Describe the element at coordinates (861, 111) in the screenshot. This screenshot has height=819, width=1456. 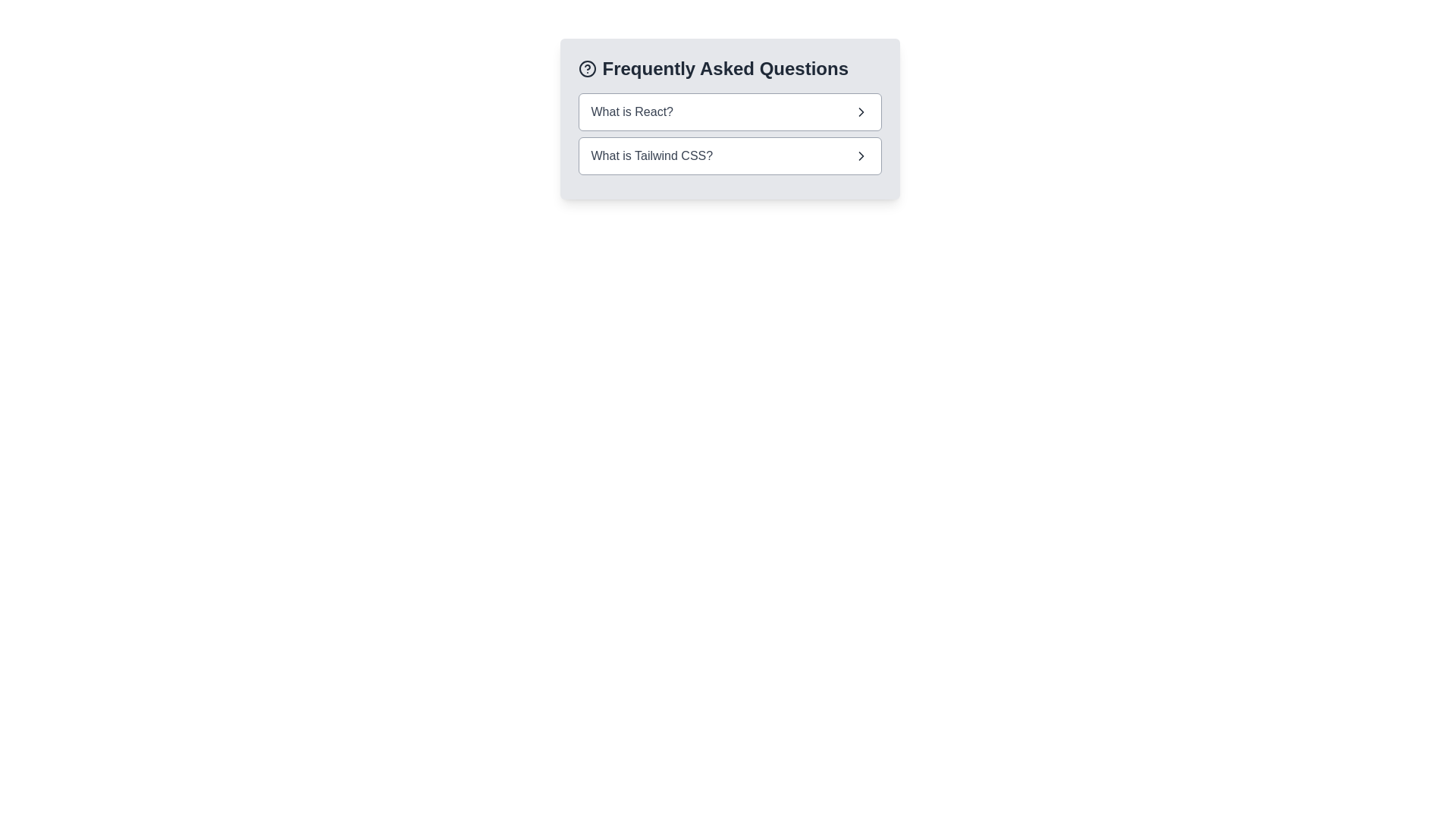
I see `the rightward-pointing arrow icon adjacent to the text 'What is React?'` at that location.